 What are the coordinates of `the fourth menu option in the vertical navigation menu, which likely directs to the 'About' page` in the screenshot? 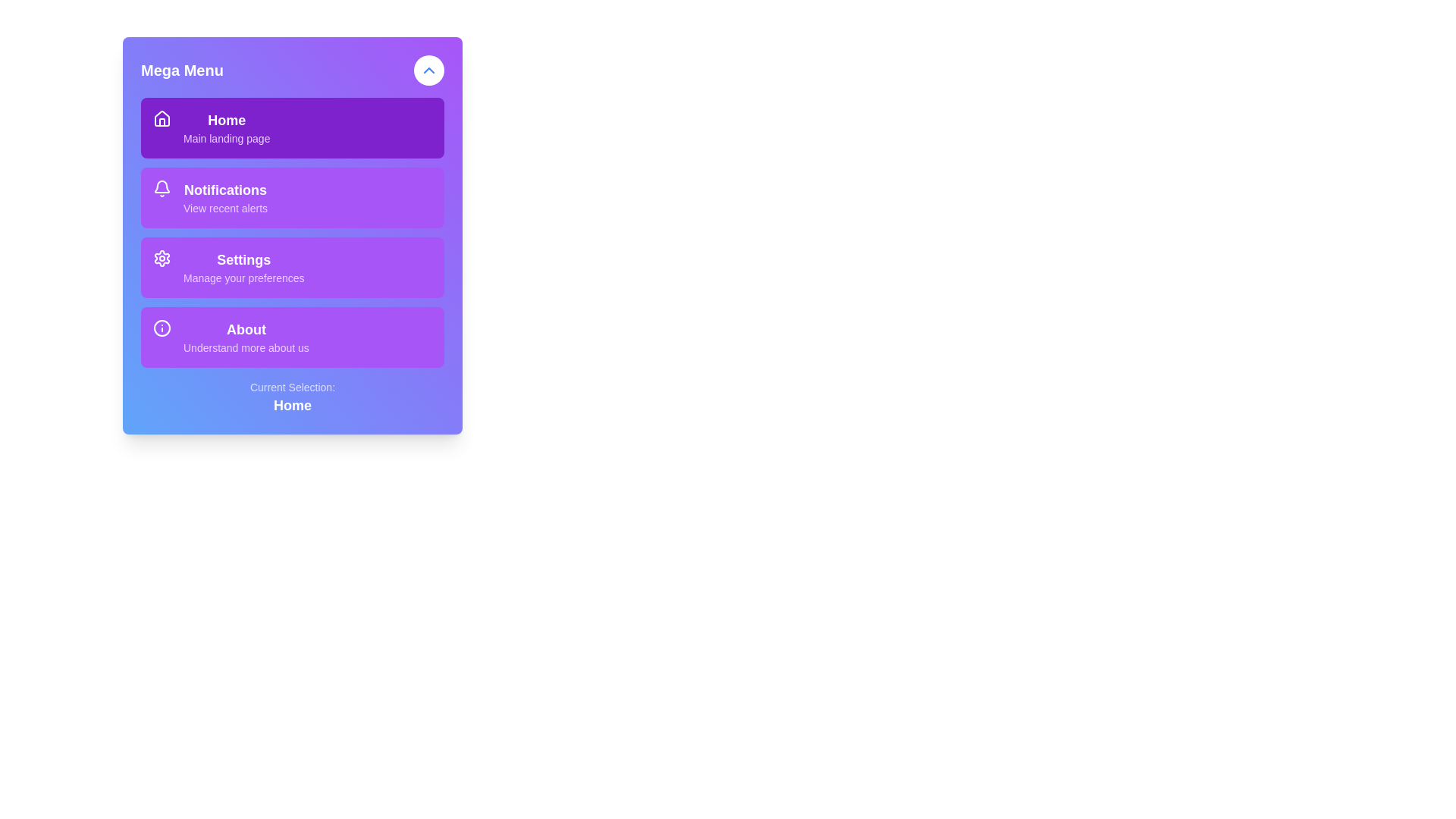 It's located at (246, 336).